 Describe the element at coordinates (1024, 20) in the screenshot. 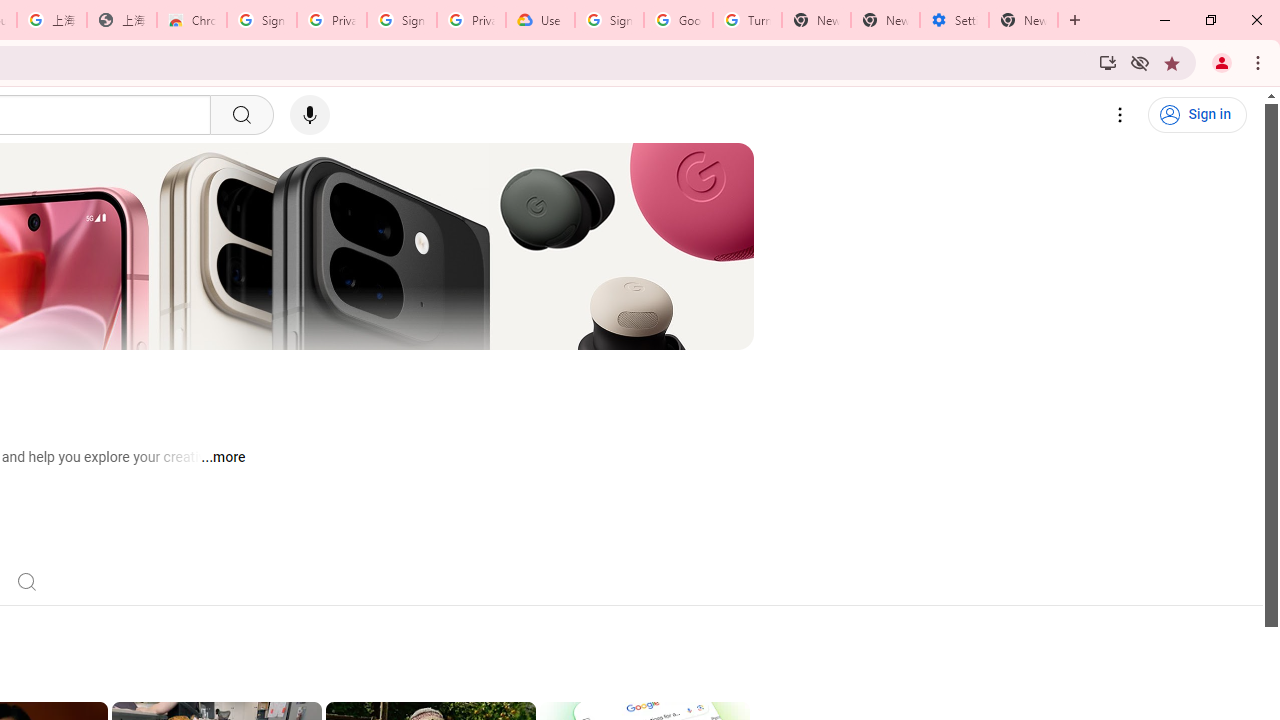

I see `'New Tab'` at that location.